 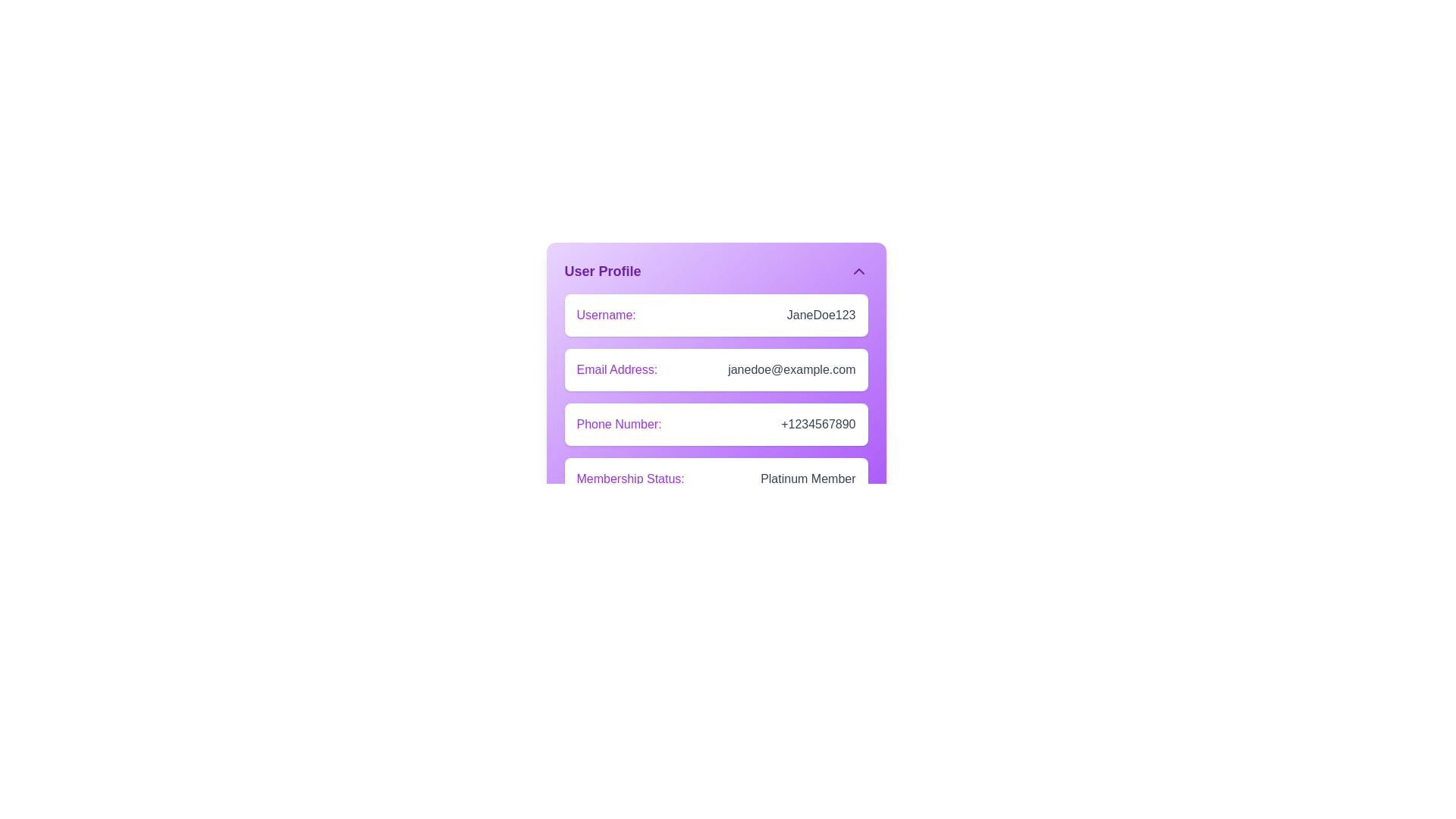 I want to click on the Information display field that shows 'Phone Number:' and the phone number '+1234567890', which is the third element in a vertical list of four sections, so click(x=715, y=424).